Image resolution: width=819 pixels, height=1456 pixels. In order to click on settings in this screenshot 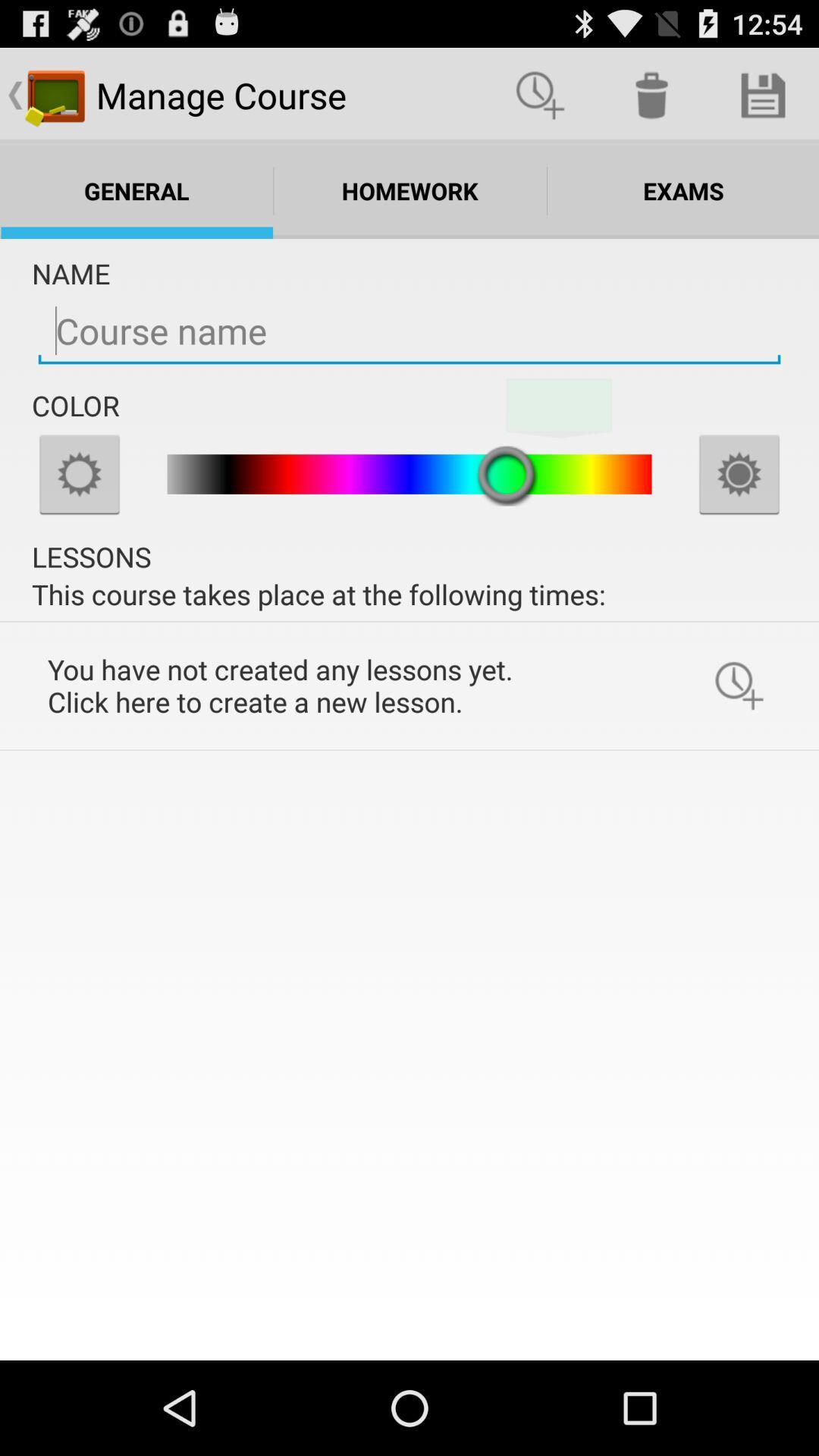, I will do `click(79, 473)`.